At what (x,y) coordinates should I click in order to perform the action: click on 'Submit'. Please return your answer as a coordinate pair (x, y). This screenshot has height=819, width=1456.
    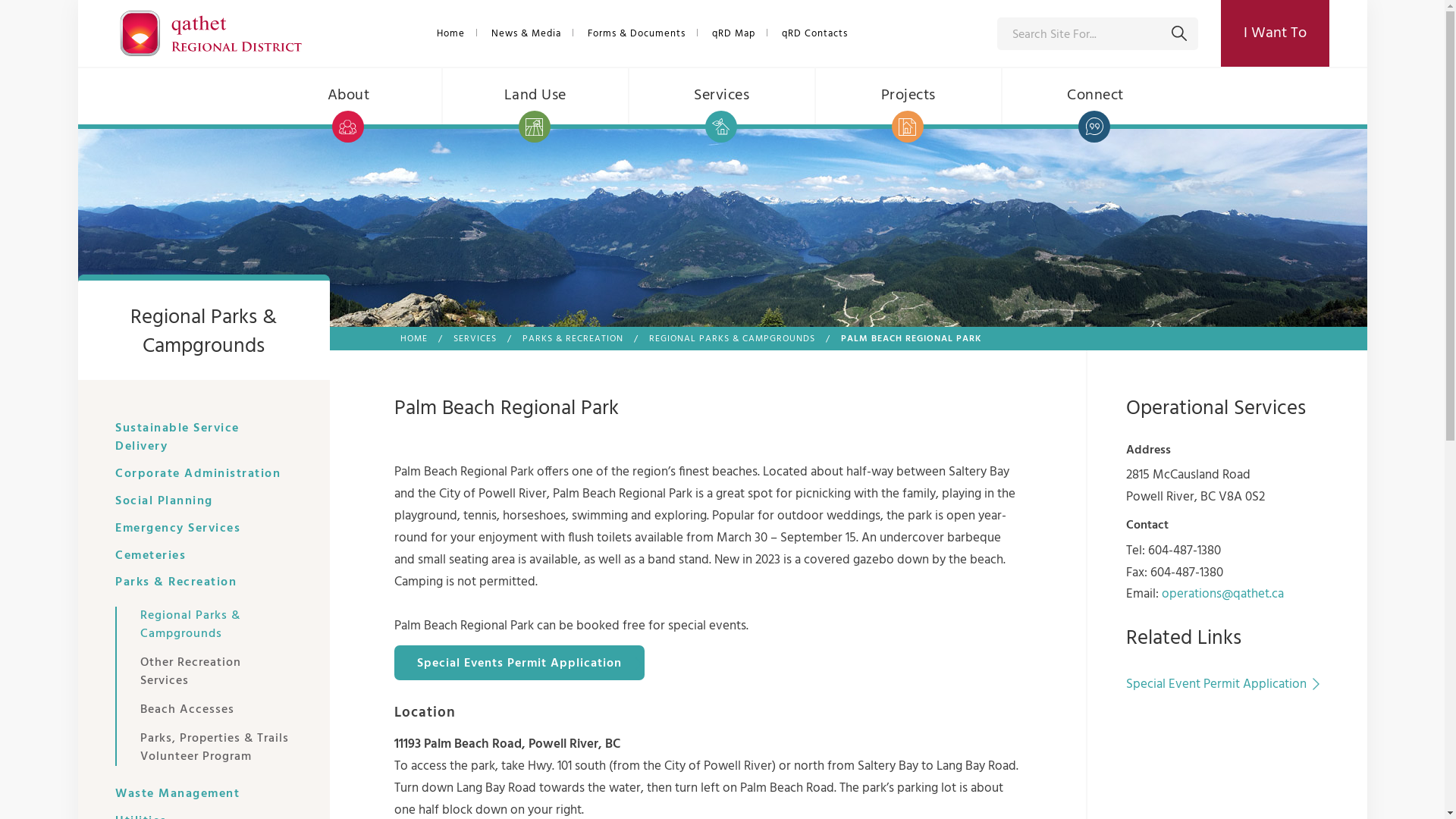
    Looking at the image, I should click on (1178, 33).